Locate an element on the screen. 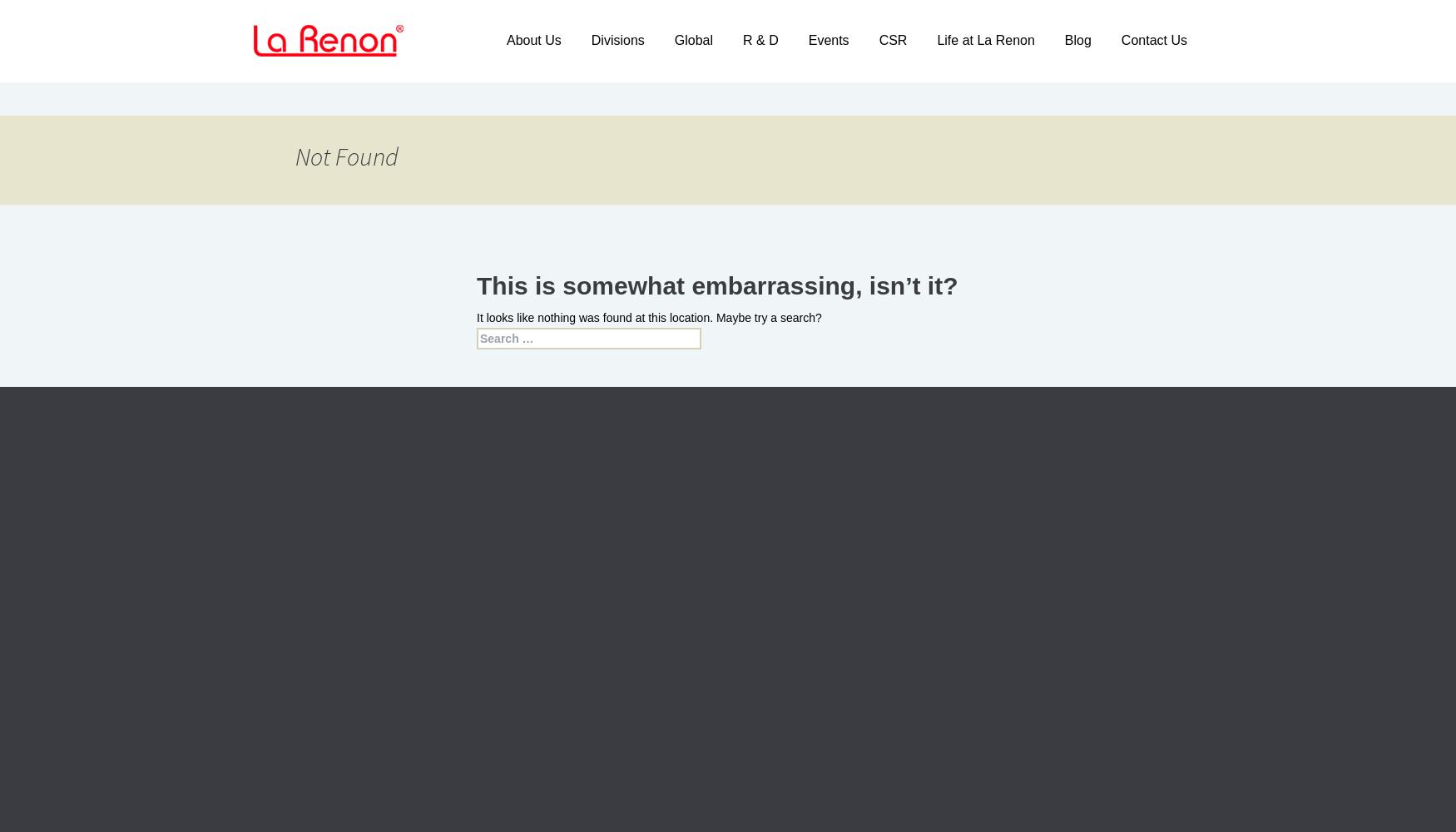 The height and width of the screenshot is (832, 1456). 'Congratulations Team @LaRenon1 as we partner @sequoia for an investment of 100 Crores.' is located at coordinates (598, 641).